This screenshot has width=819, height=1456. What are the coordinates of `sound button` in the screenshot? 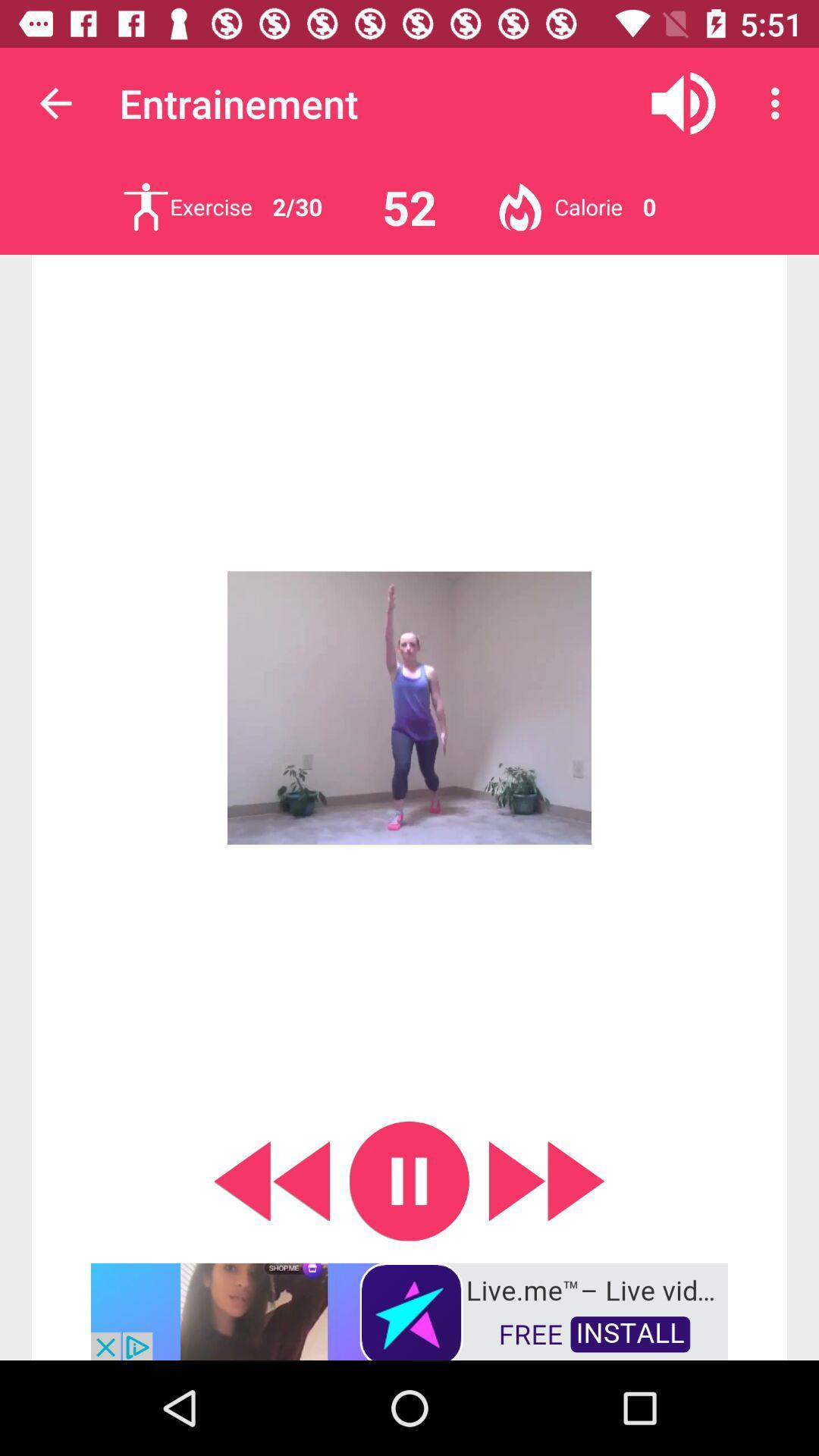 It's located at (683, 102).